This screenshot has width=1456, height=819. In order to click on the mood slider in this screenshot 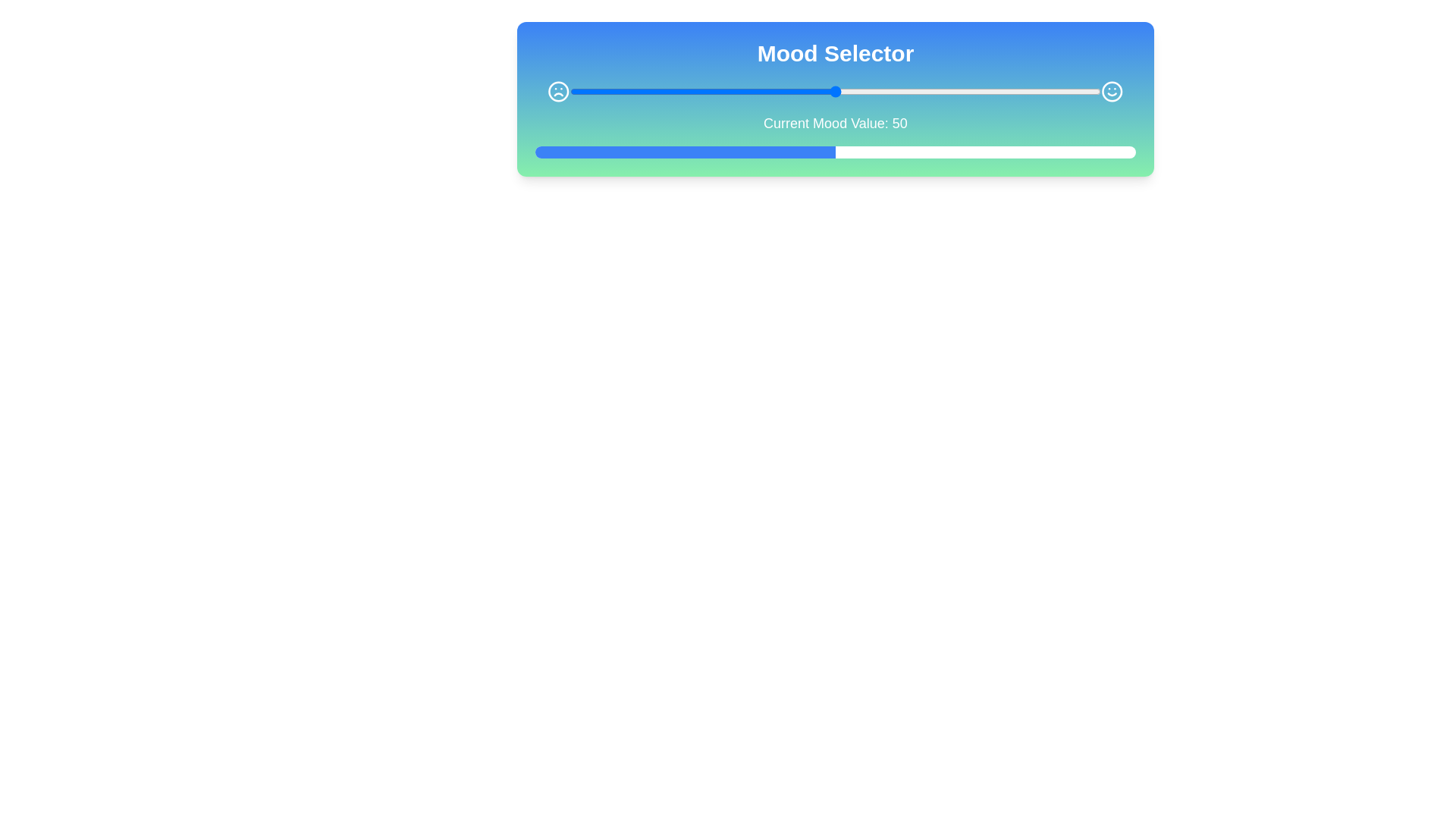, I will do `click(1053, 91)`.